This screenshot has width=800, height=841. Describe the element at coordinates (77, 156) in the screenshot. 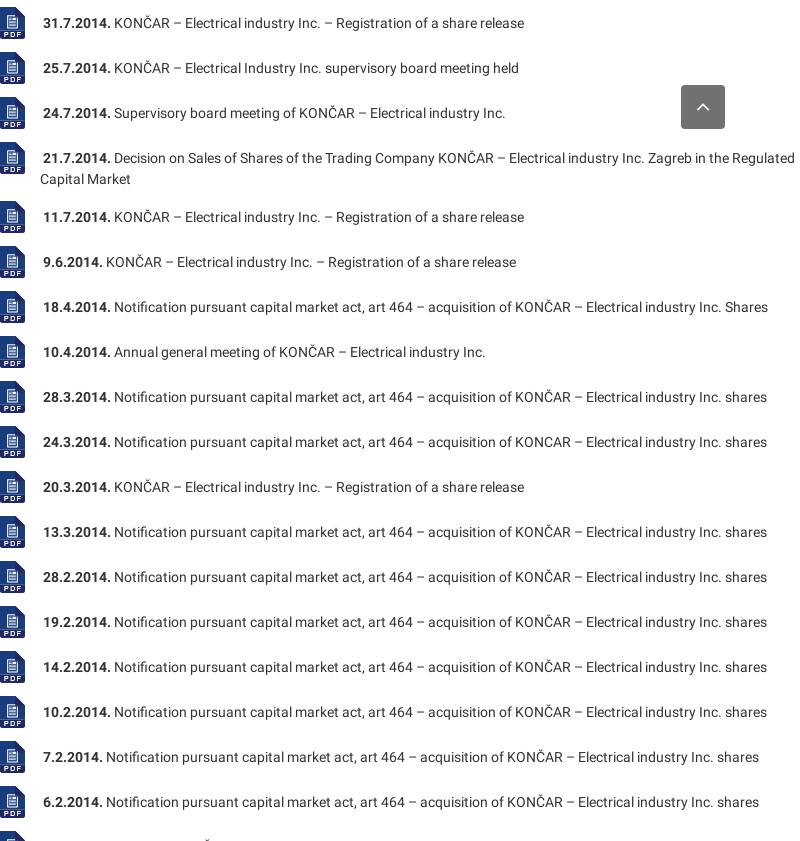

I see `'21.7.2014.'` at that location.